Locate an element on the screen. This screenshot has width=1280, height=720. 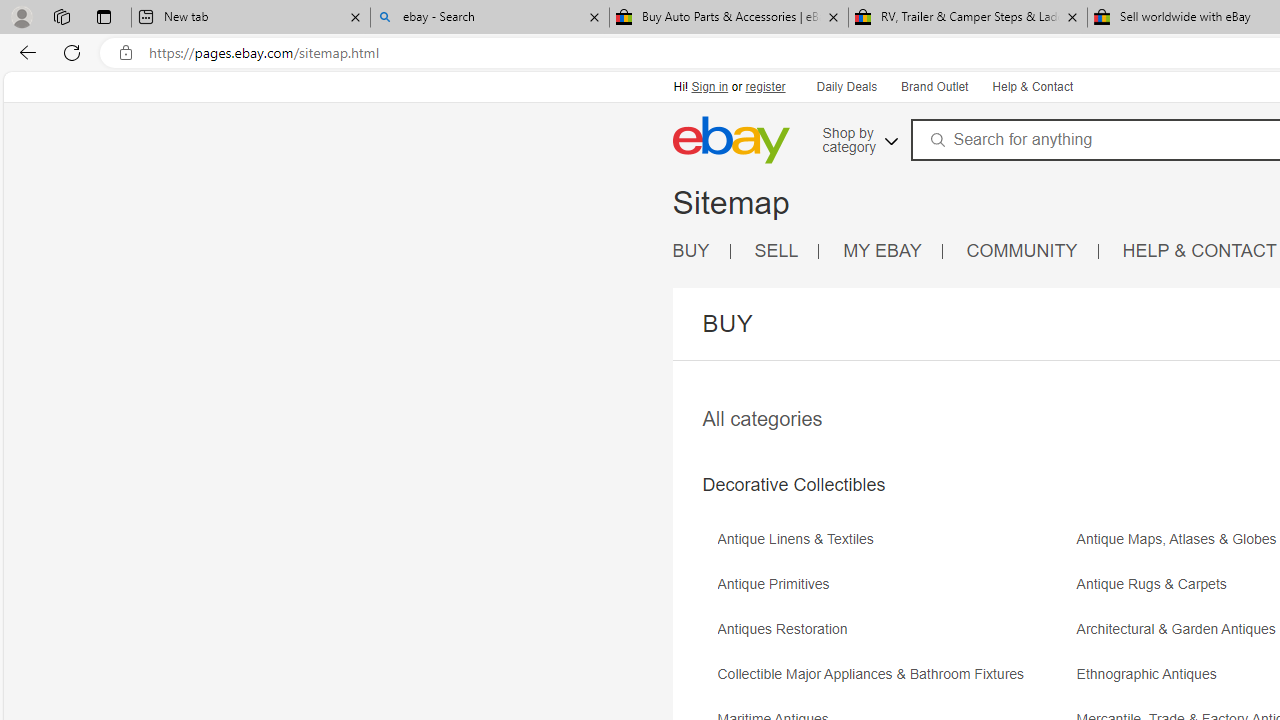
'Workspaces' is located at coordinates (61, 16).